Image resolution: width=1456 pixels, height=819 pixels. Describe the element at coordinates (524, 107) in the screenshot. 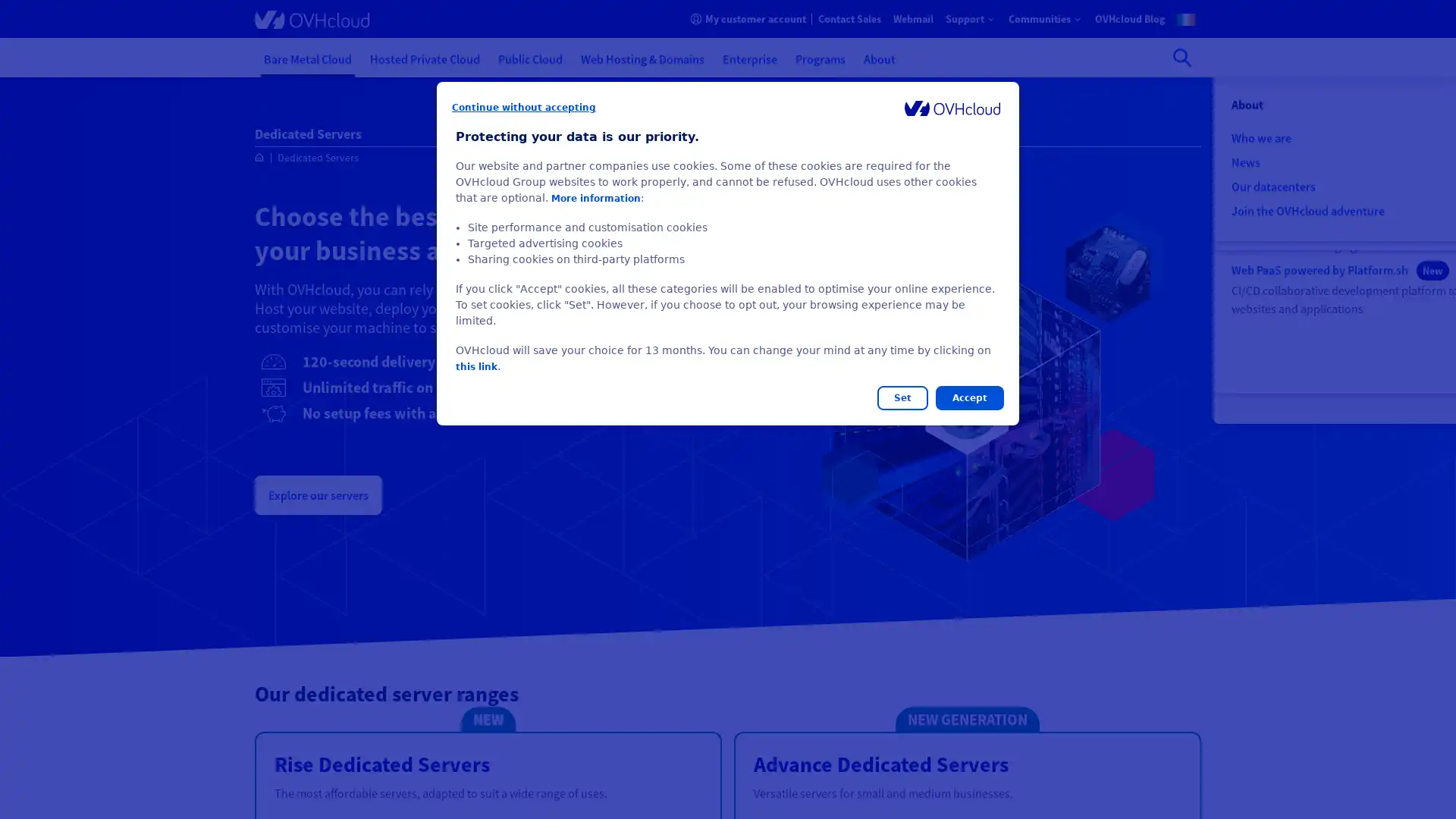

I see `Continue without accepting` at that location.